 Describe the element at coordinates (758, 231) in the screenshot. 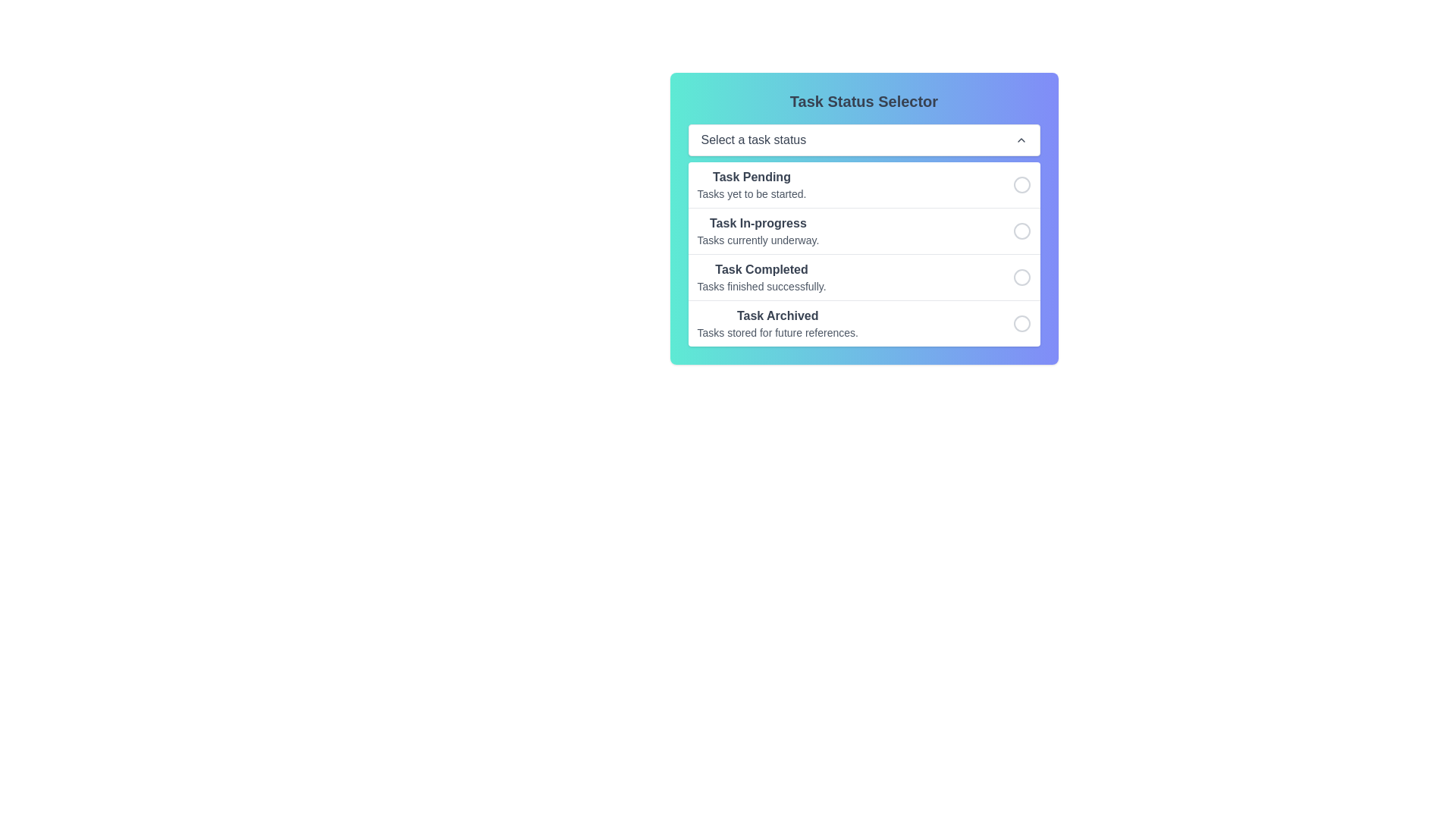

I see `the second list item indicating task status, which displays the current progress of tasks and is located under the heading 'Select a task status.'` at that location.